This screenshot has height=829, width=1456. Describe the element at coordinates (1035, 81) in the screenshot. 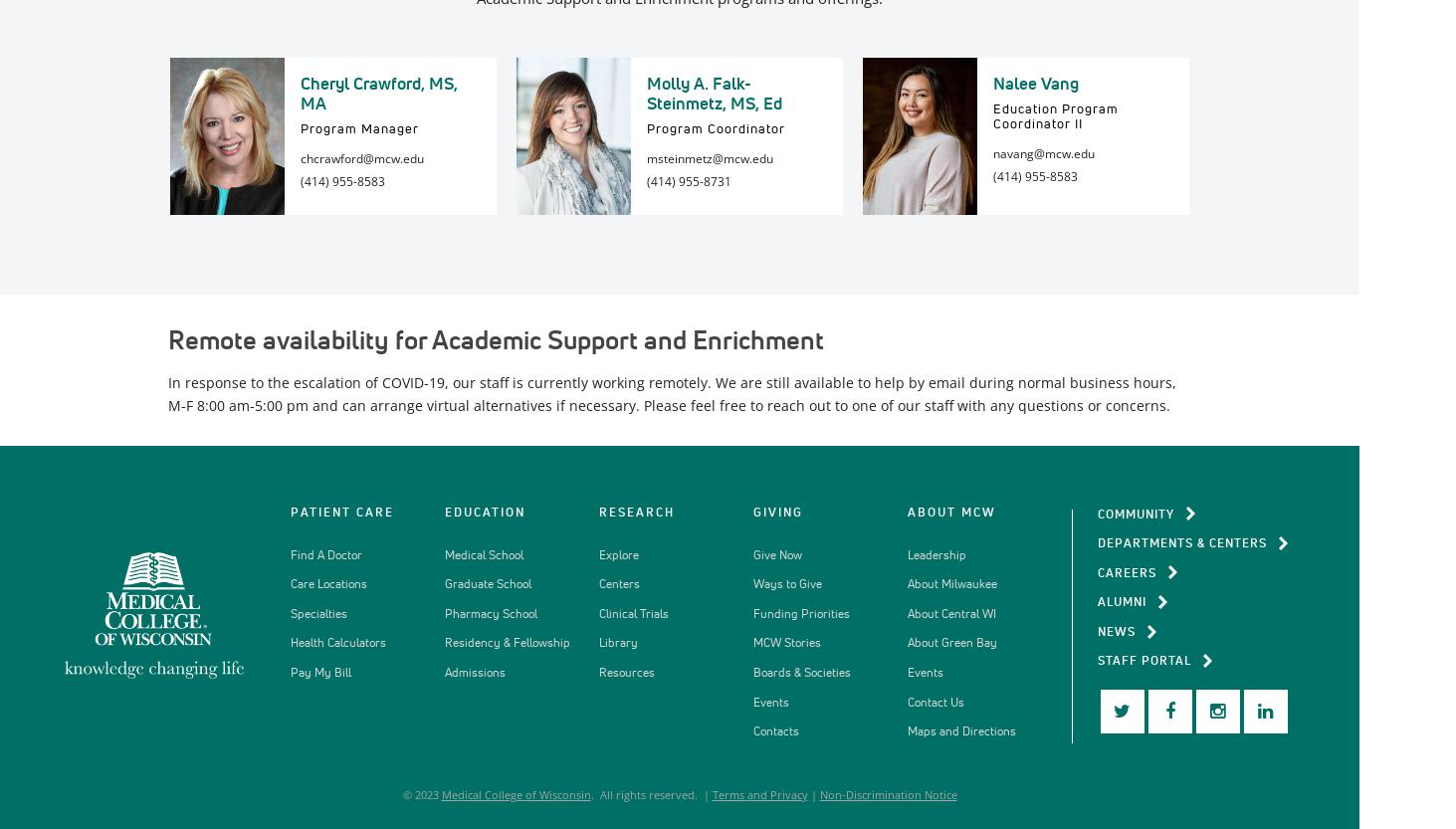

I see `'Nalee Vang'` at that location.